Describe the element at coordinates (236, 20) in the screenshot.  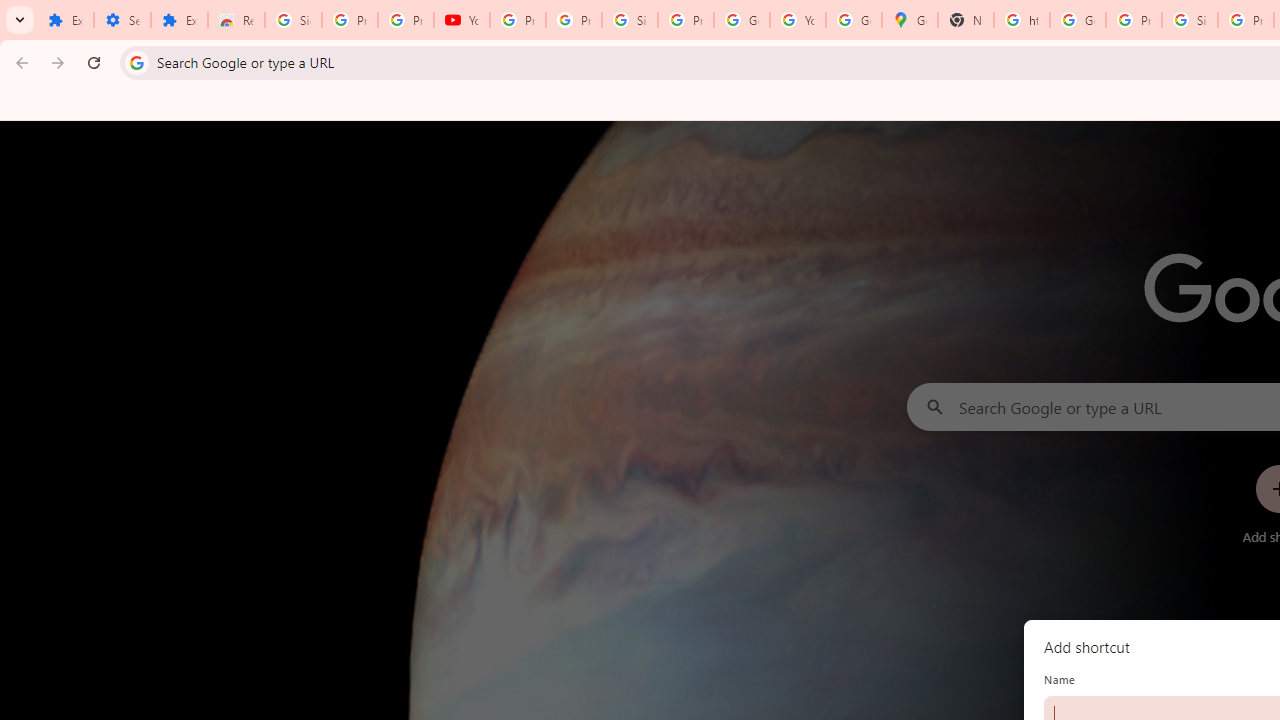
I see `'Reviews: Helix Fruit Jump Arcade Game'` at that location.